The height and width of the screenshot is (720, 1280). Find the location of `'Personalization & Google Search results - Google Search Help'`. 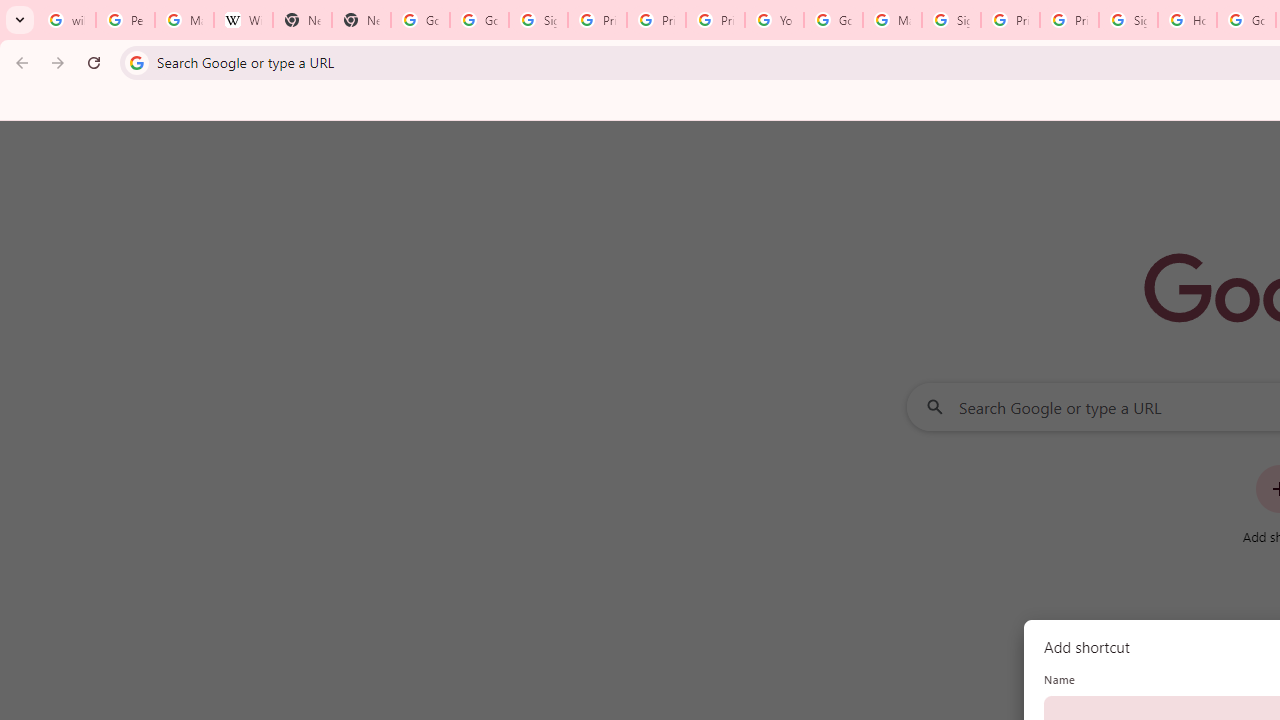

'Personalization & Google Search results - Google Search Help' is located at coordinates (124, 20).